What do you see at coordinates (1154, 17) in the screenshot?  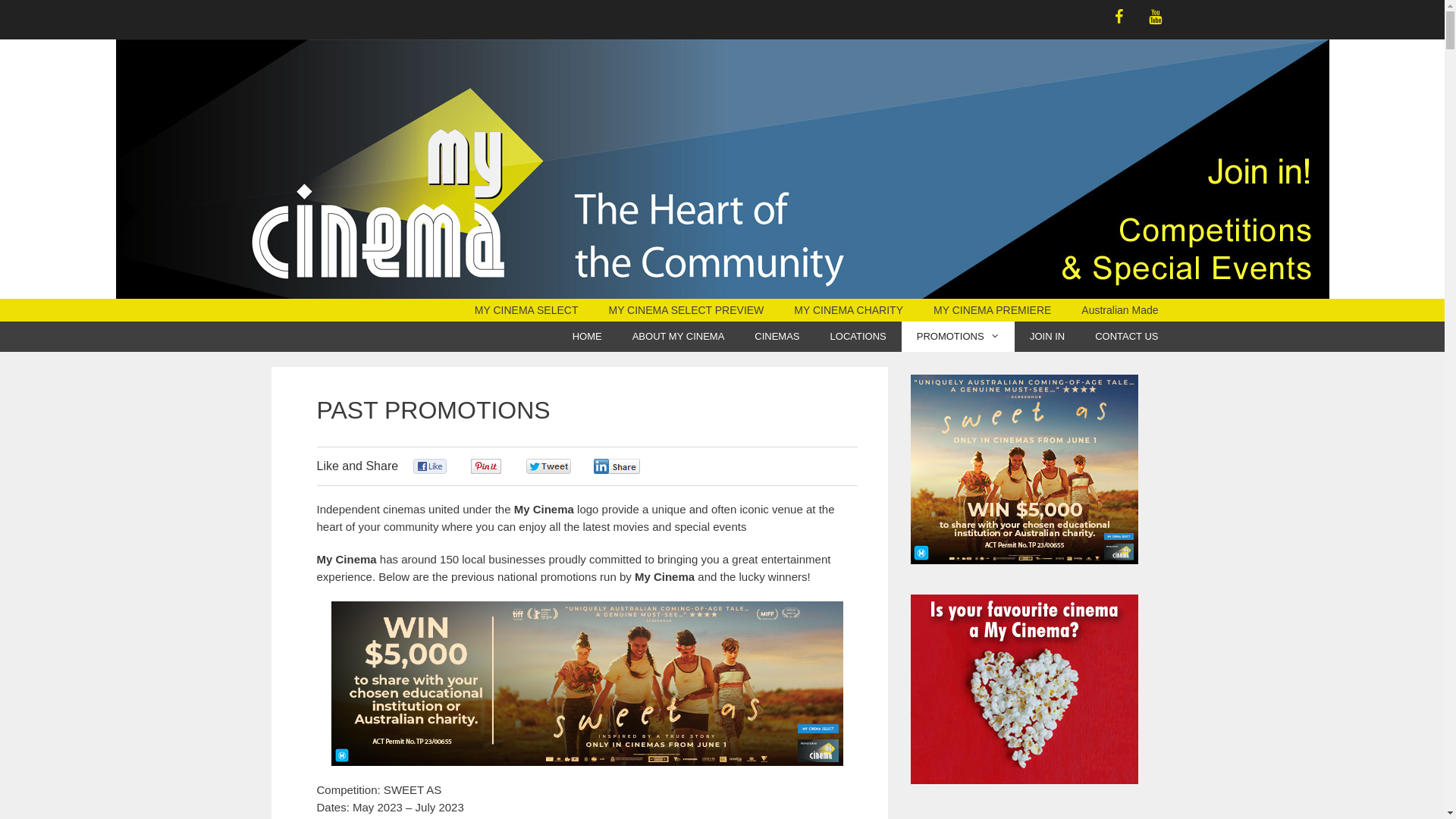 I see `'YouTube'` at bounding box center [1154, 17].